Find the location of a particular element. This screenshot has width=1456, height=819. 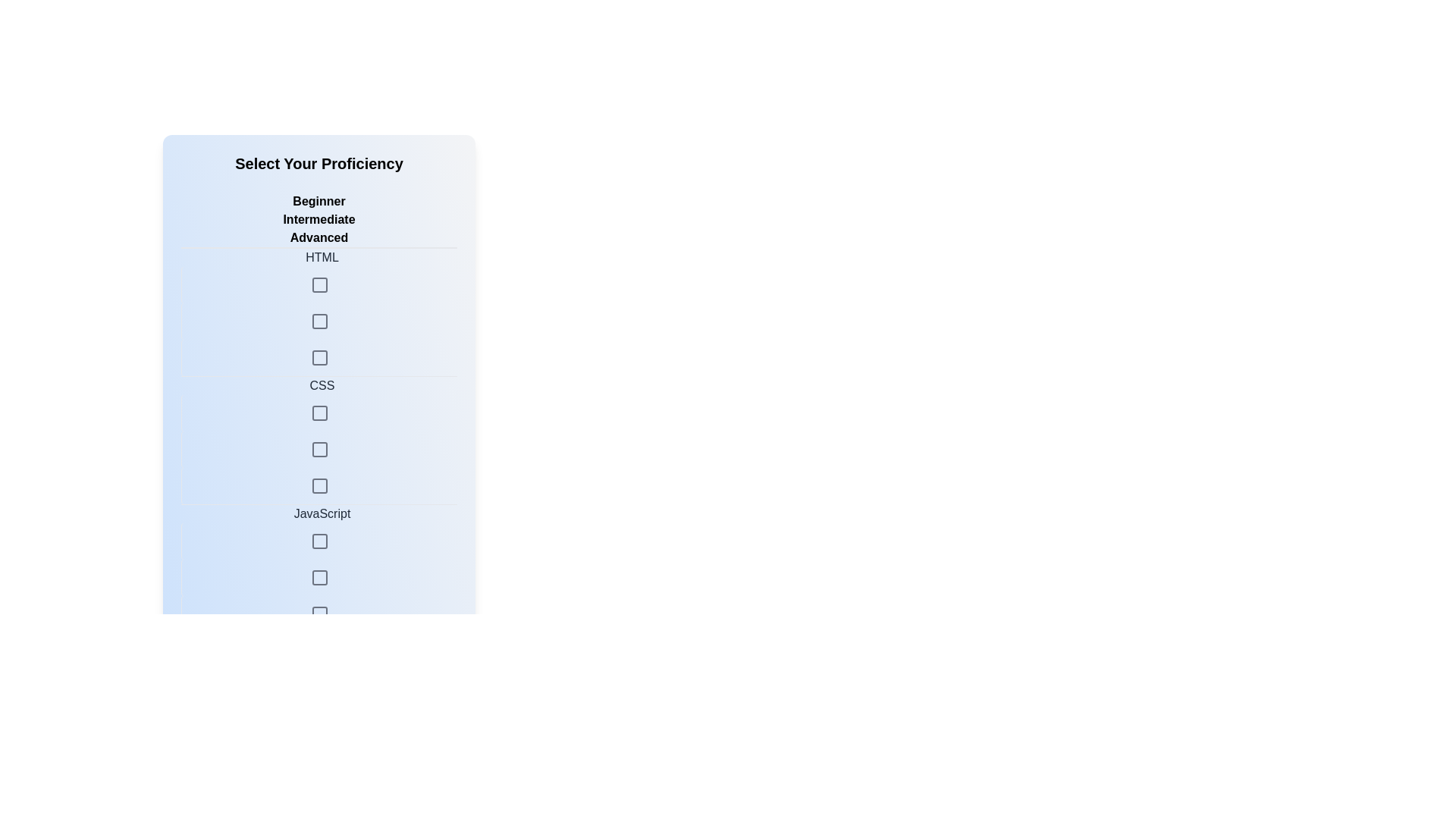

the skill level Advanced for the skill JavaScript is located at coordinates (318, 579).